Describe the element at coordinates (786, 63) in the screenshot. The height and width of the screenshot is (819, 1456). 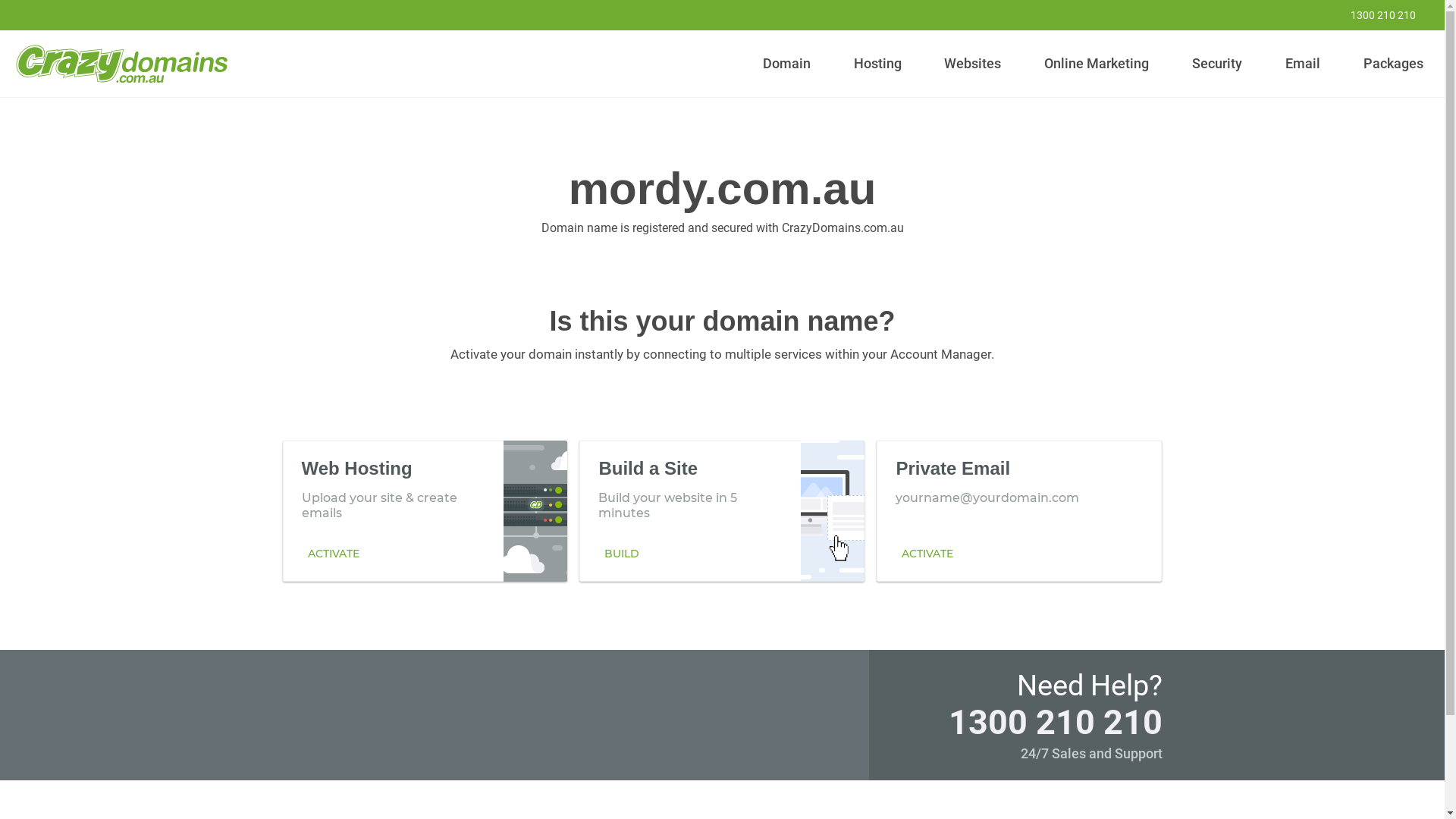
I see `'Domain'` at that location.